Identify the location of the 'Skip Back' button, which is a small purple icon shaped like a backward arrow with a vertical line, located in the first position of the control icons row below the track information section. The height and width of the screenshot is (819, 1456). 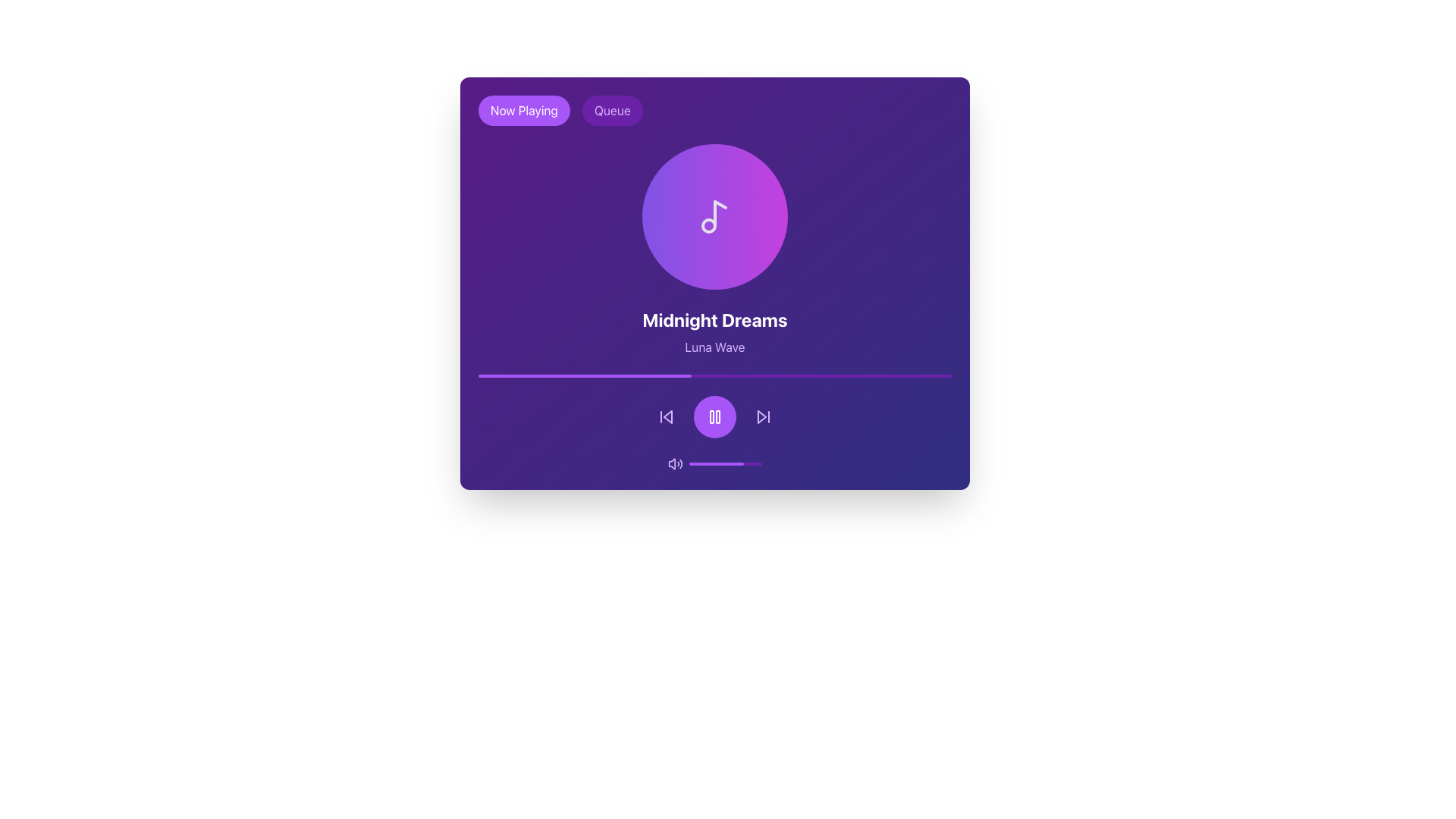
(666, 417).